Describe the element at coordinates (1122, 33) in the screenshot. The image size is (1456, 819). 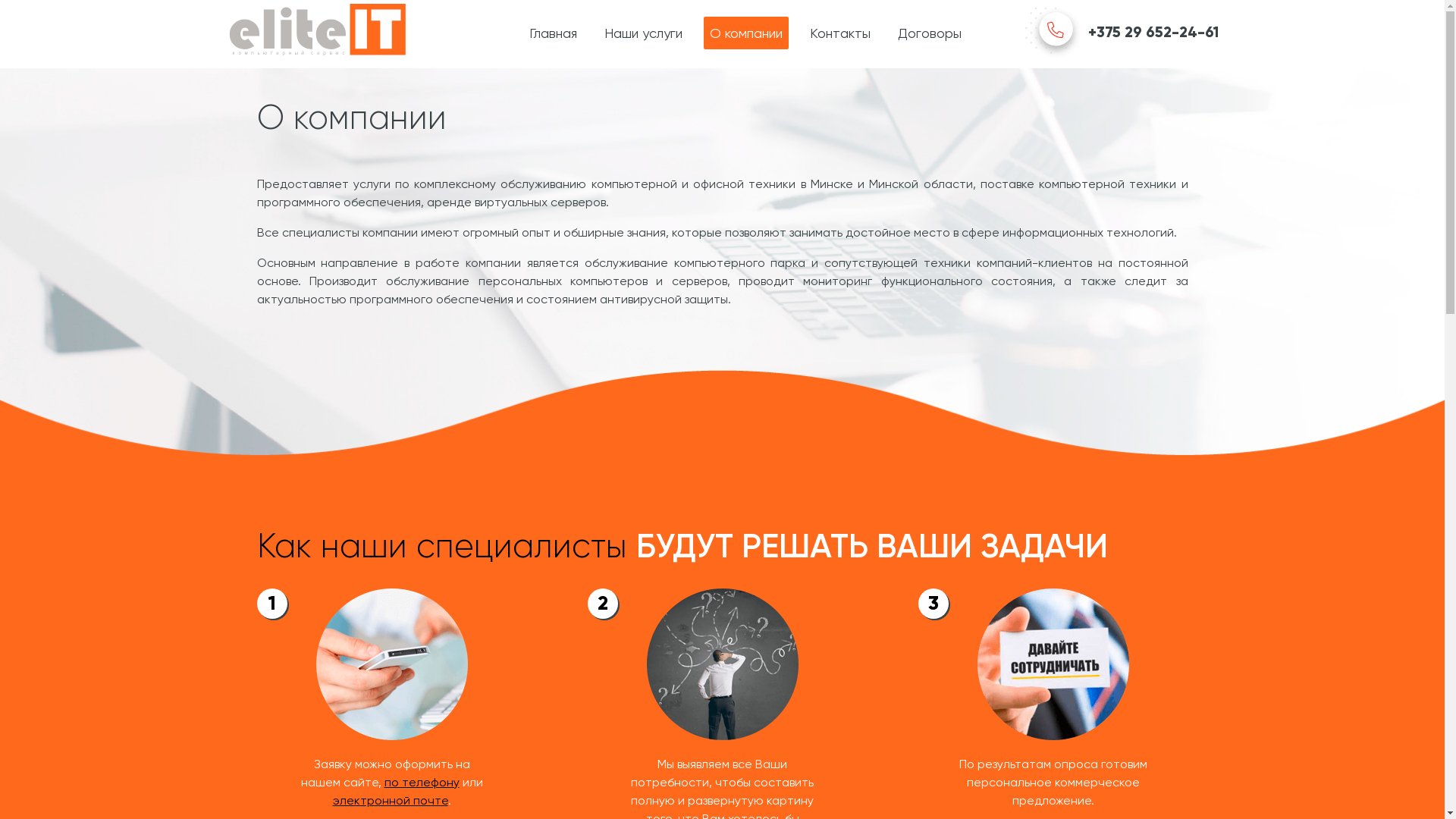
I see `'+375 29 652-24-61'` at that location.